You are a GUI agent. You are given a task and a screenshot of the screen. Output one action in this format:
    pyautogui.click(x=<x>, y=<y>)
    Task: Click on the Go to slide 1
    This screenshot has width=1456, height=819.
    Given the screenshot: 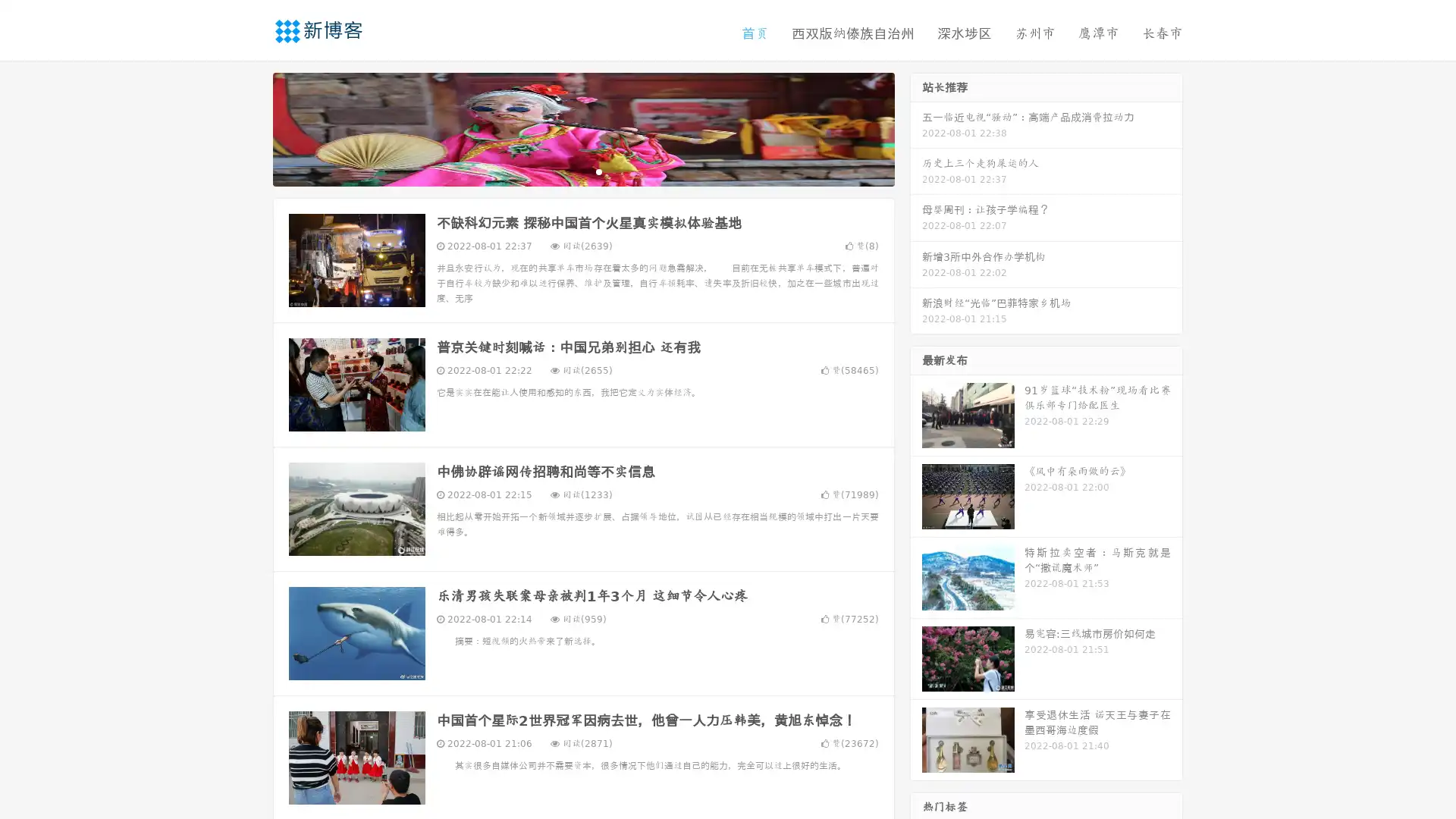 What is the action you would take?
    pyautogui.click(x=567, y=171)
    